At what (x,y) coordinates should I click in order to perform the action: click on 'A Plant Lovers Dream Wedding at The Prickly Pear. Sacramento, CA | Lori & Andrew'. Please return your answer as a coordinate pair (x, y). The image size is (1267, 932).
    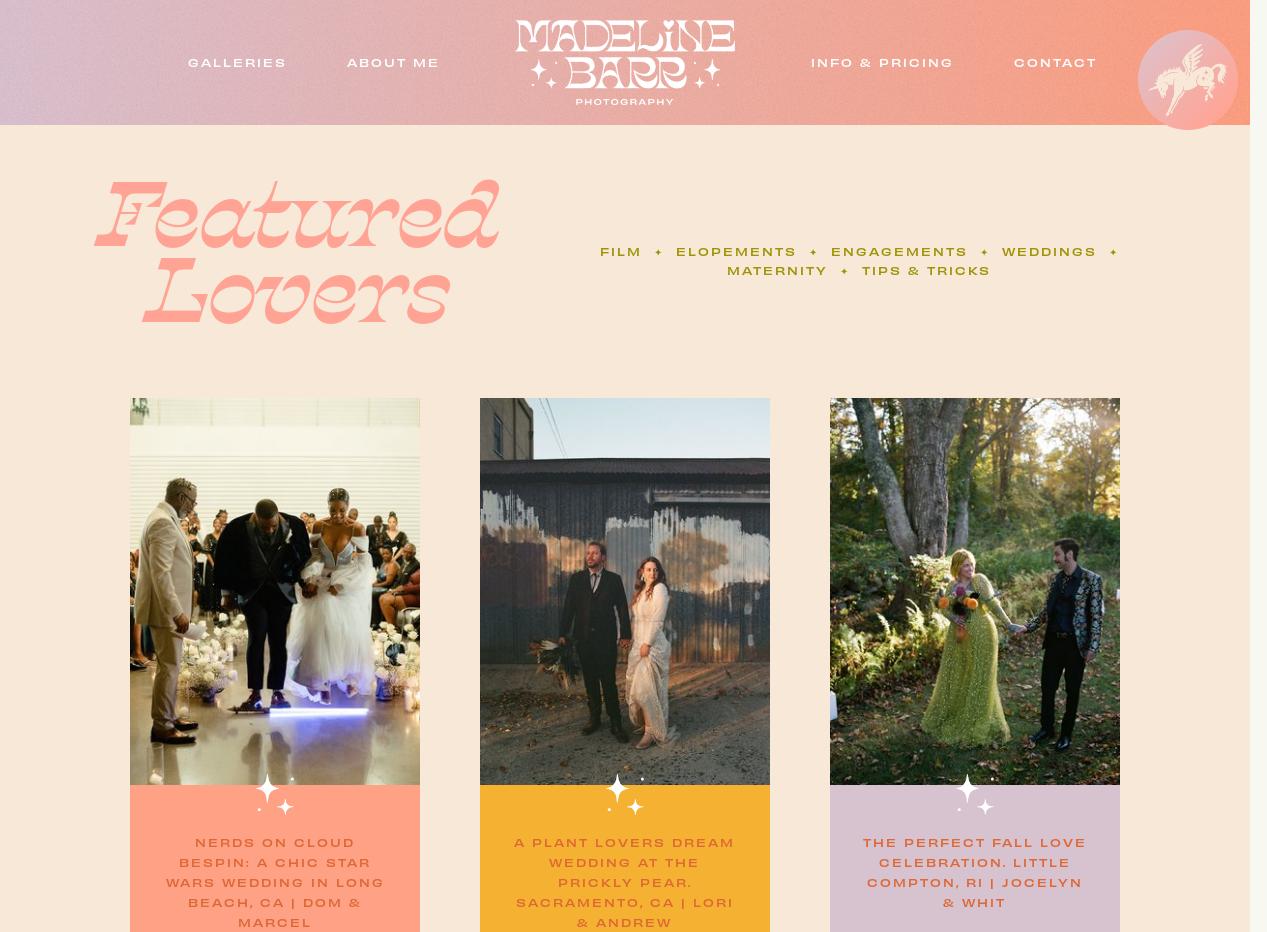
    Looking at the image, I should click on (623, 882).